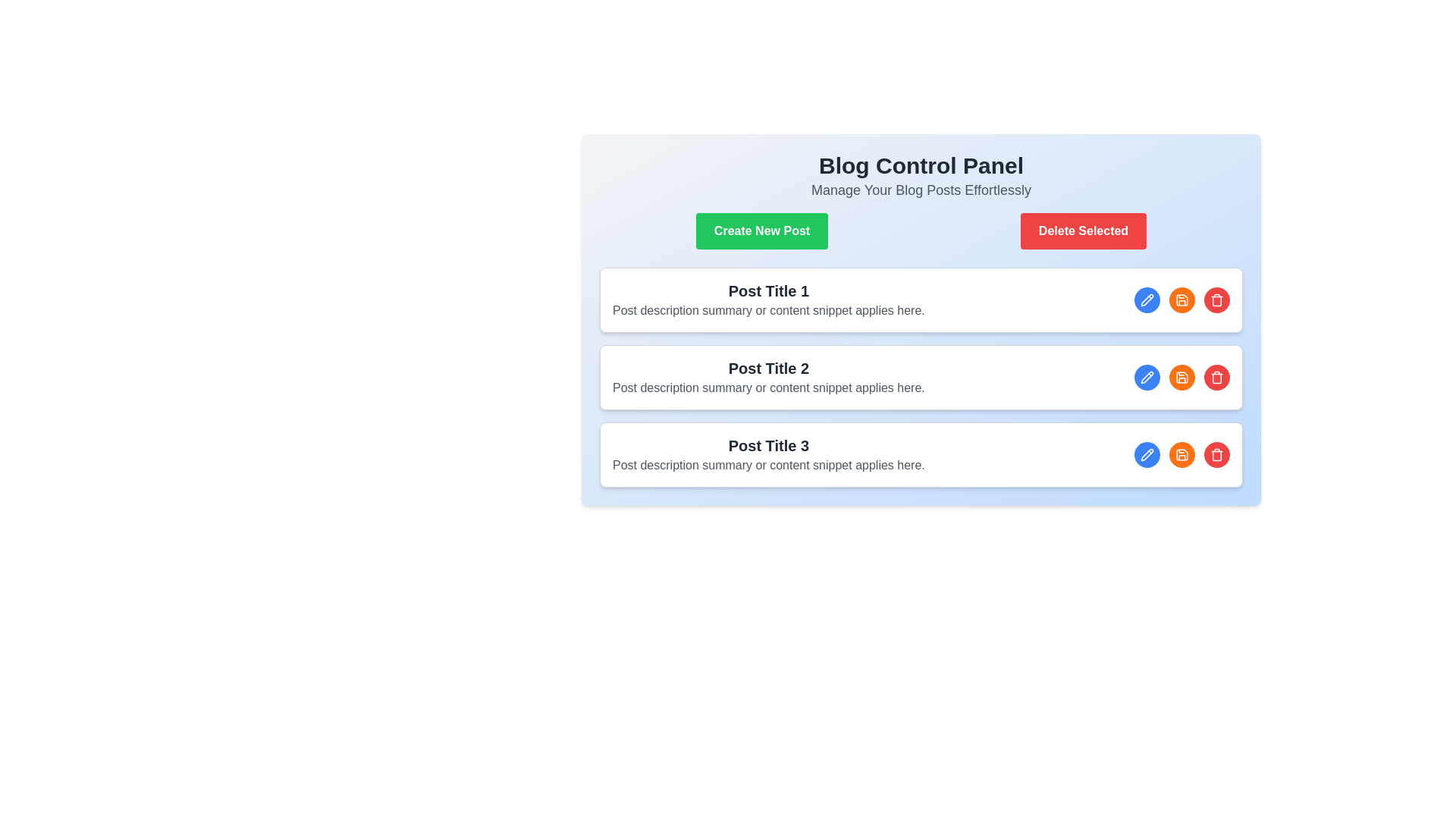 The image size is (1456, 819). What do you see at coordinates (1147, 300) in the screenshot?
I see `the circular blue button with a white pencil icon` at bounding box center [1147, 300].